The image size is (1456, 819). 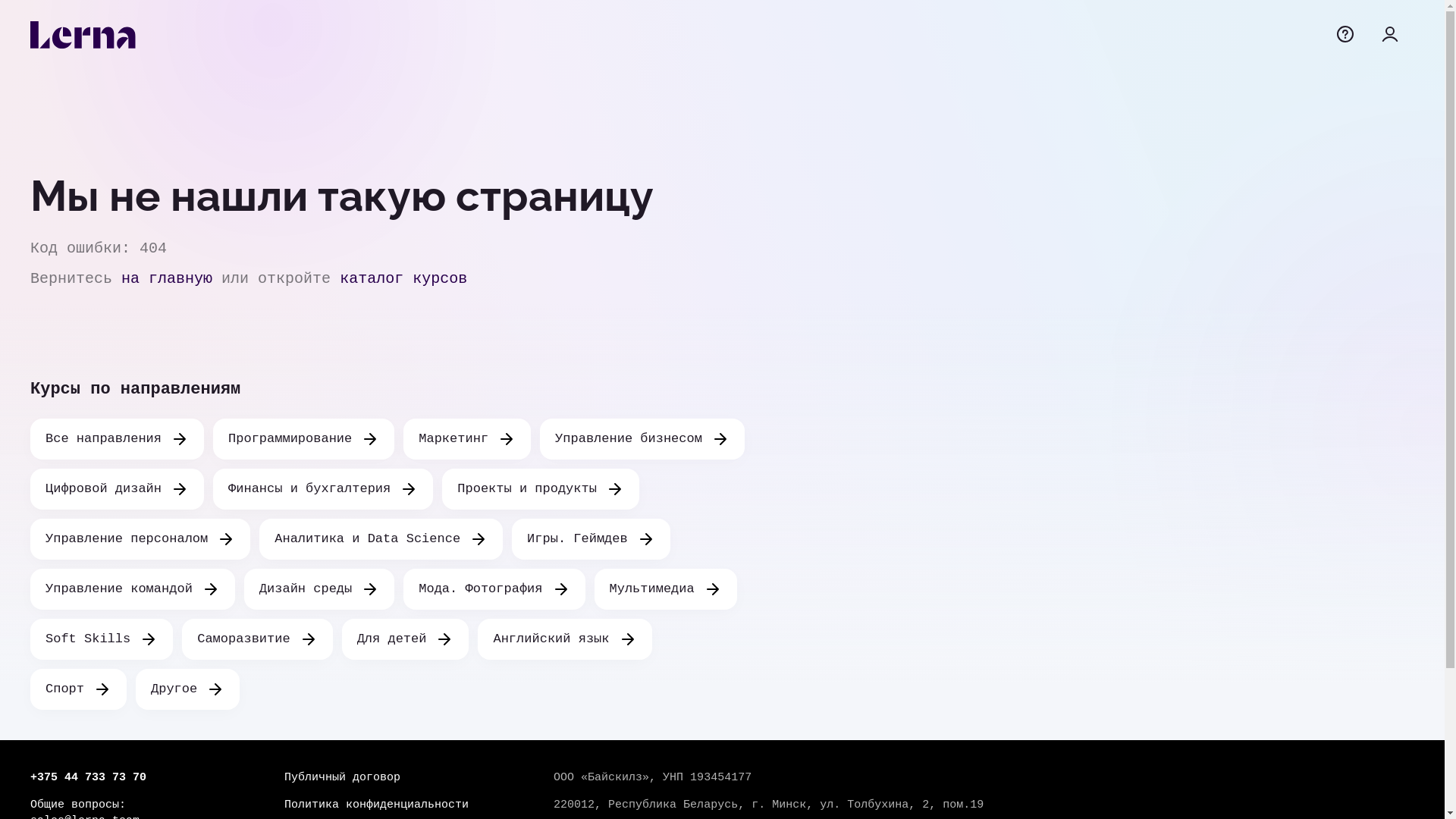 What do you see at coordinates (101, 639) in the screenshot?
I see `'Soft Skills'` at bounding box center [101, 639].